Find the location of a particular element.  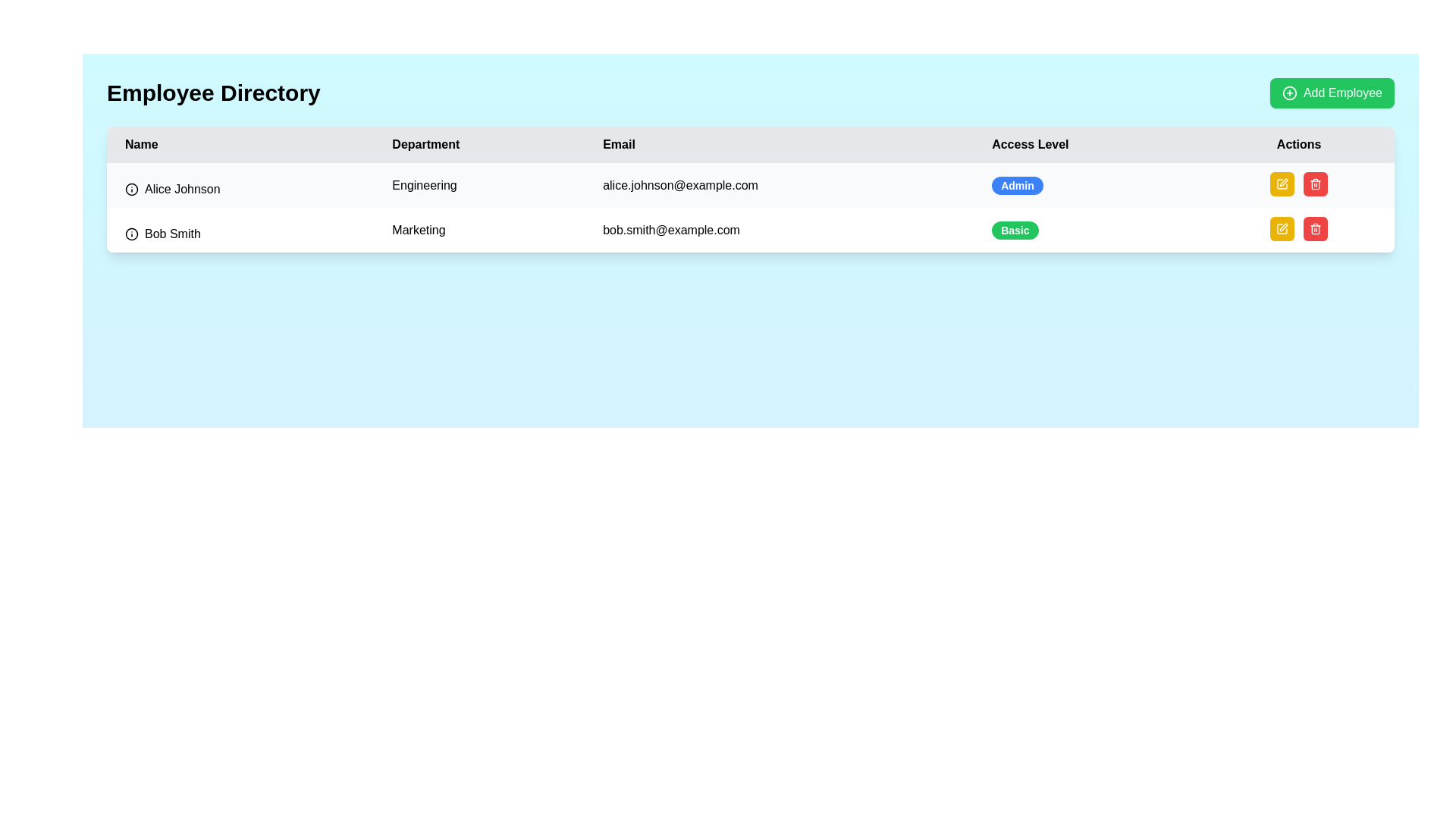

the circular information icon located to the left of the text 'Bob Smith' in the first column of the second row is located at coordinates (131, 234).